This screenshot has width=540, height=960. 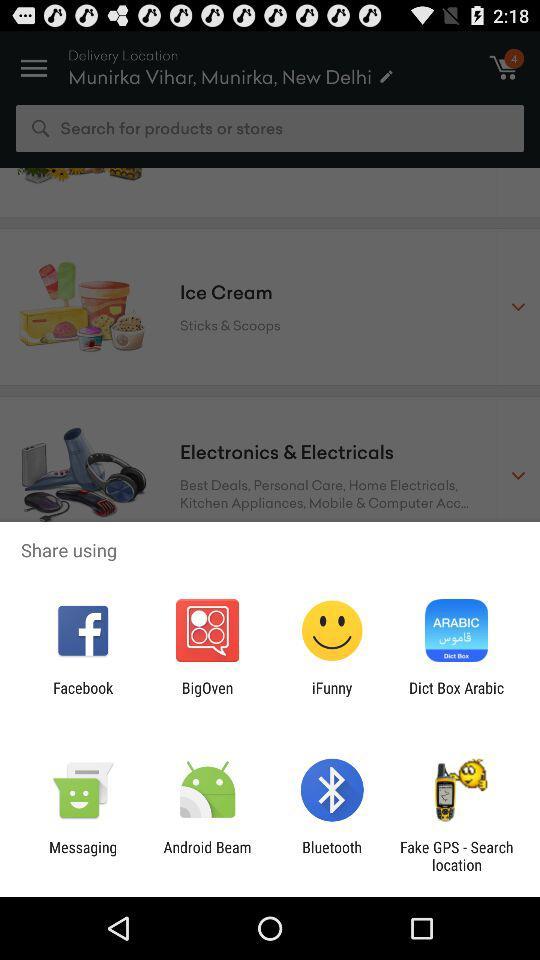 What do you see at coordinates (456, 696) in the screenshot?
I see `app to the right of ifunny` at bounding box center [456, 696].